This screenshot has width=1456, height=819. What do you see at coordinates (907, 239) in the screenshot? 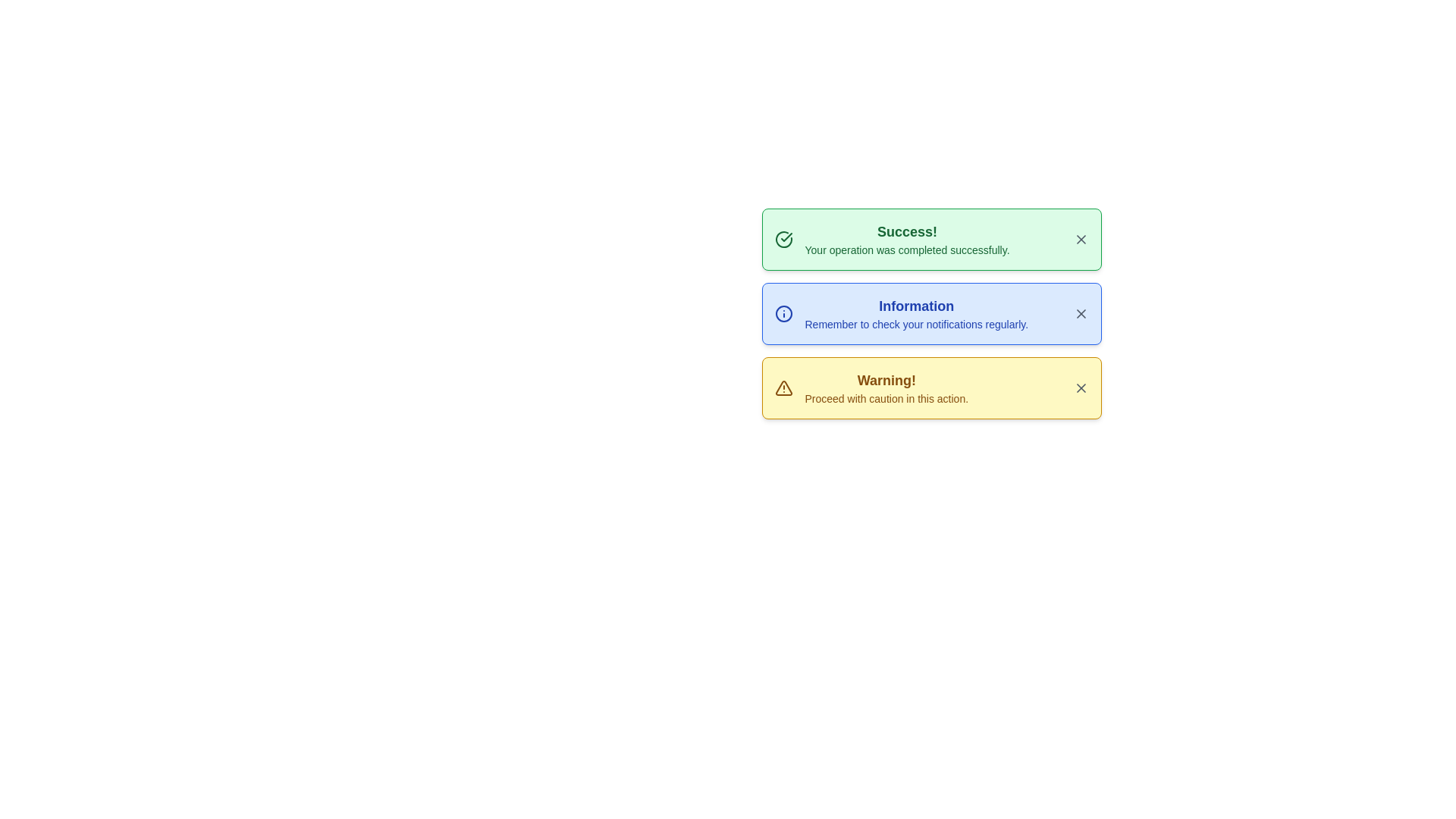
I see `the central Text component of the green notification message box, which confirms successful completion of a user operation` at bounding box center [907, 239].